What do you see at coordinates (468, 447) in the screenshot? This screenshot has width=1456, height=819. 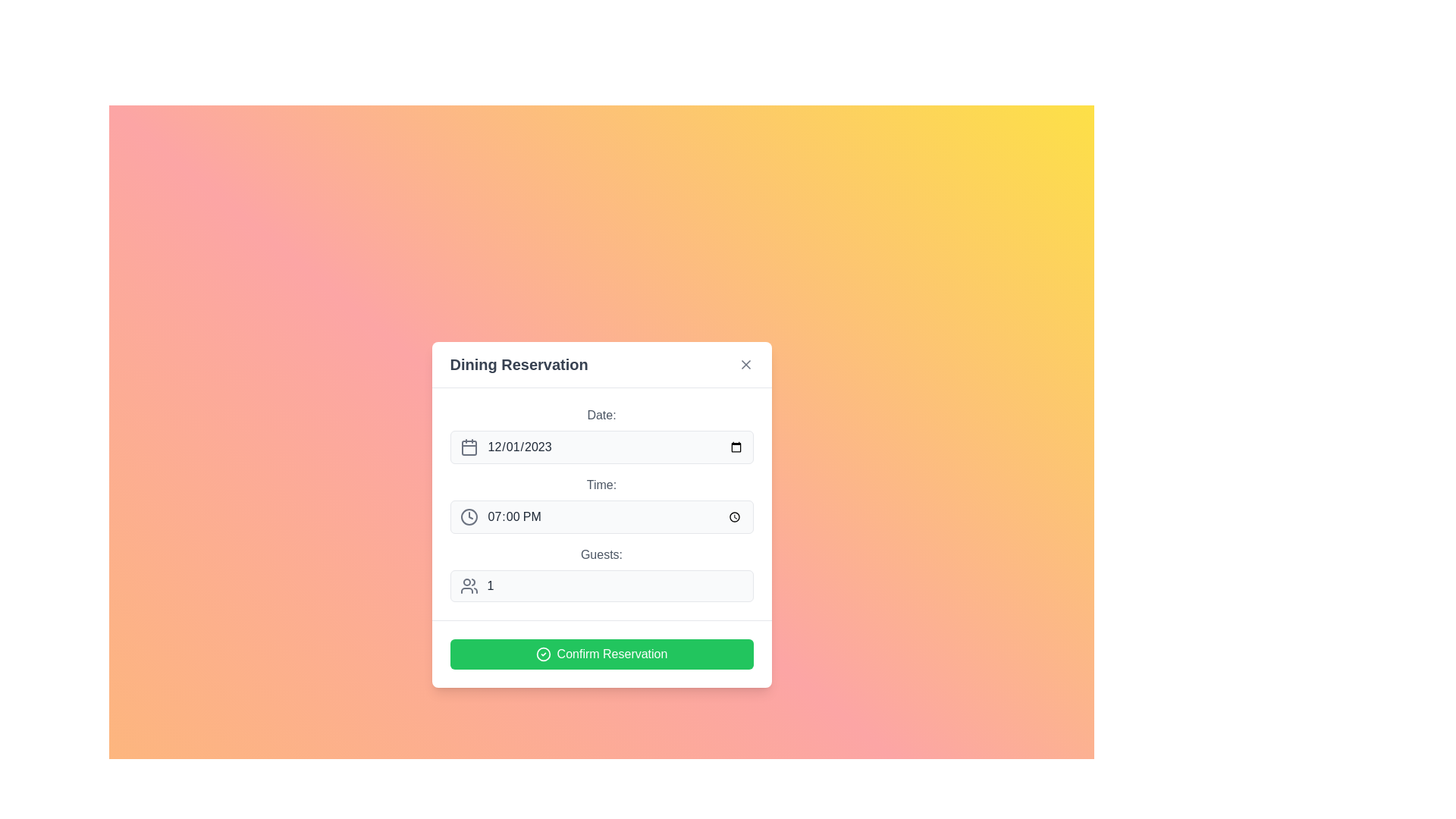 I see `the calendar icon that represents the 'Date' field in the 'Dining Reservation' form` at bounding box center [468, 447].